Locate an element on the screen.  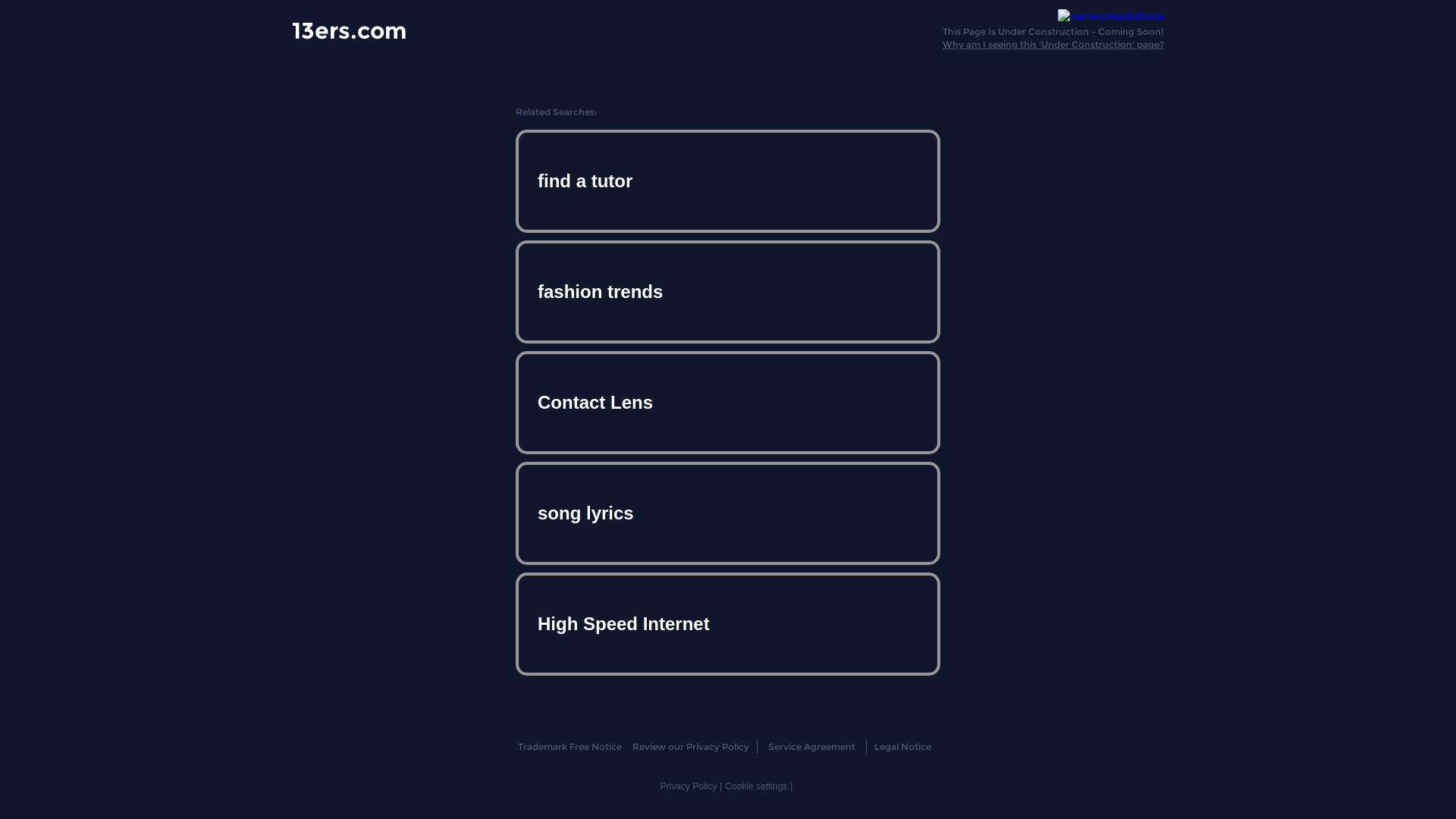
'Legal Notice' is located at coordinates (902, 745).